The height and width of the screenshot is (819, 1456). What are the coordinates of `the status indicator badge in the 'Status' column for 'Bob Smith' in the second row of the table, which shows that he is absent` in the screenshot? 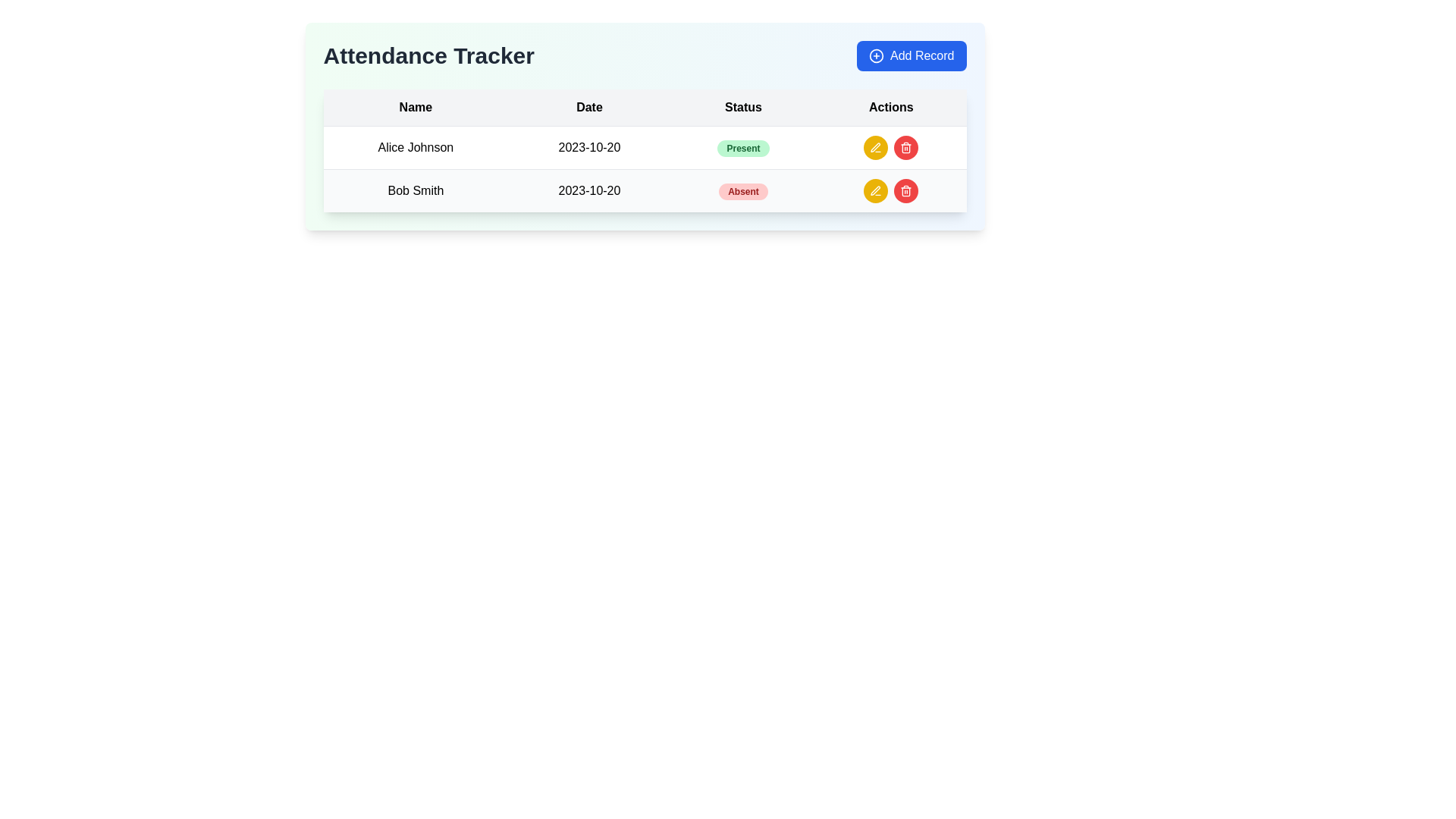 It's located at (743, 191).